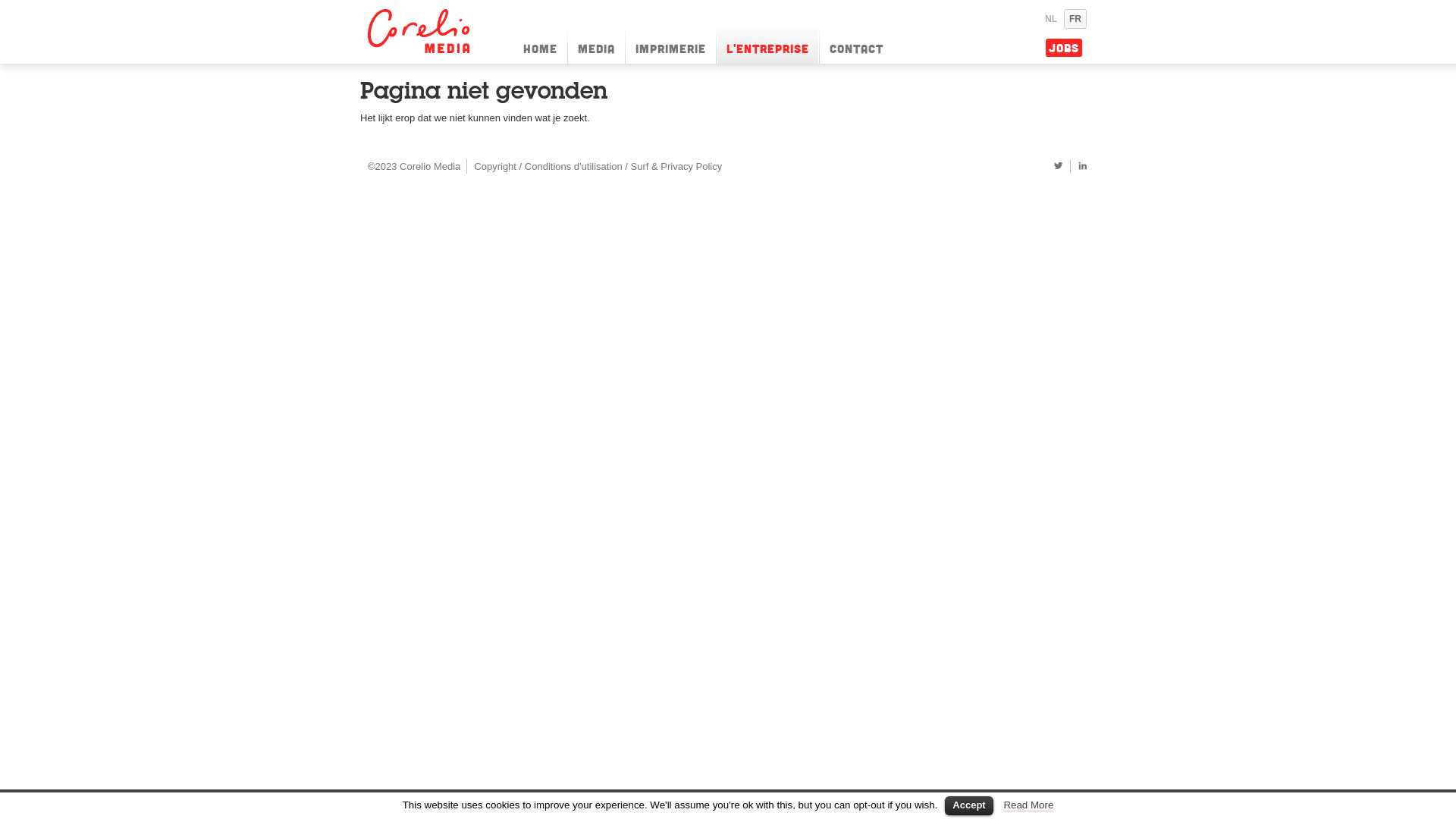 Image resolution: width=1456 pixels, height=819 pixels. What do you see at coordinates (1028, 804) in the screenshot?
I see `'Read More'` at bounding box center [1028, 804].